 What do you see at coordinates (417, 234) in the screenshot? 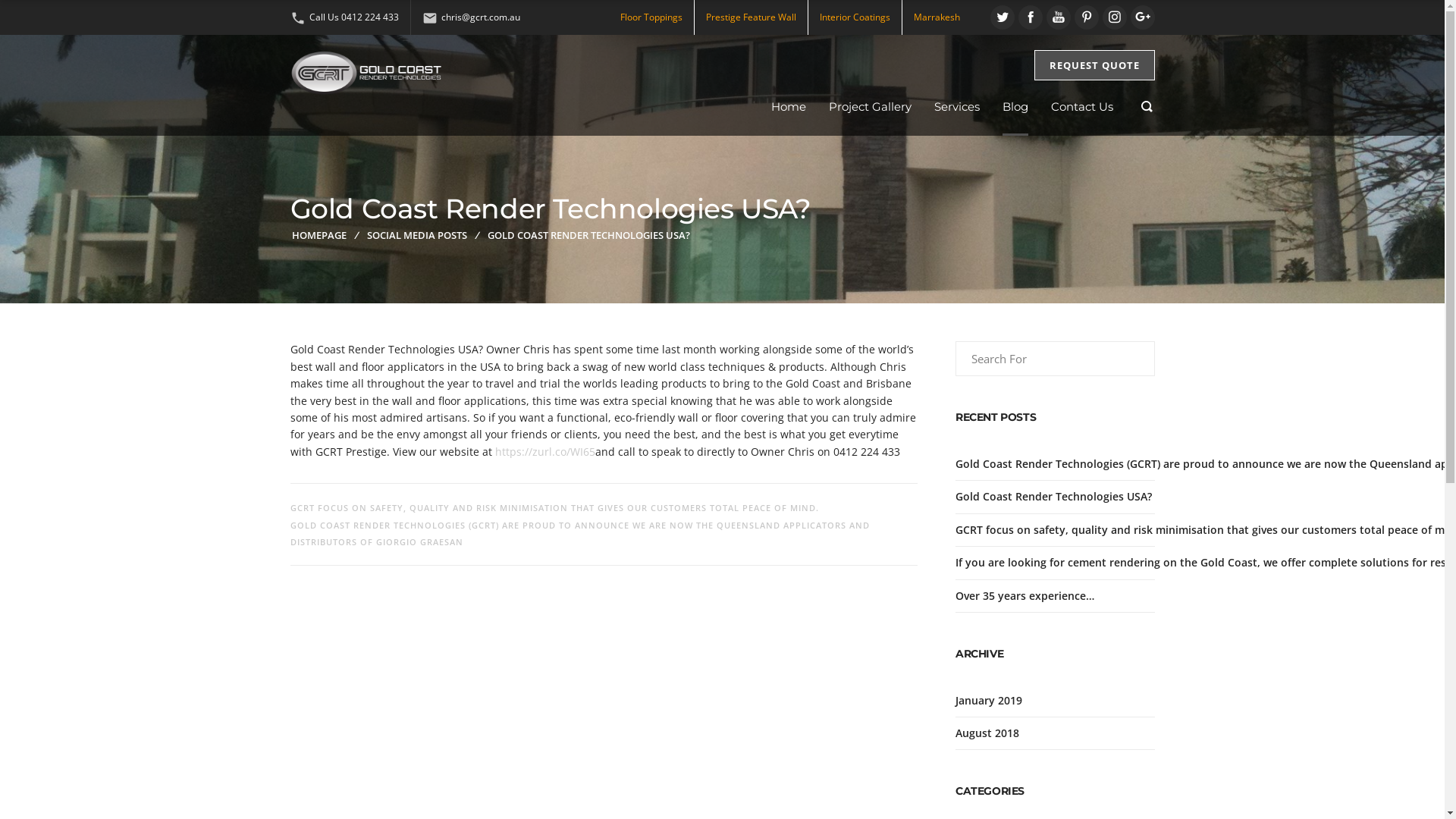
I see `'SOCIAL MEDIA POSTS'` at bounding box center [417, 234].